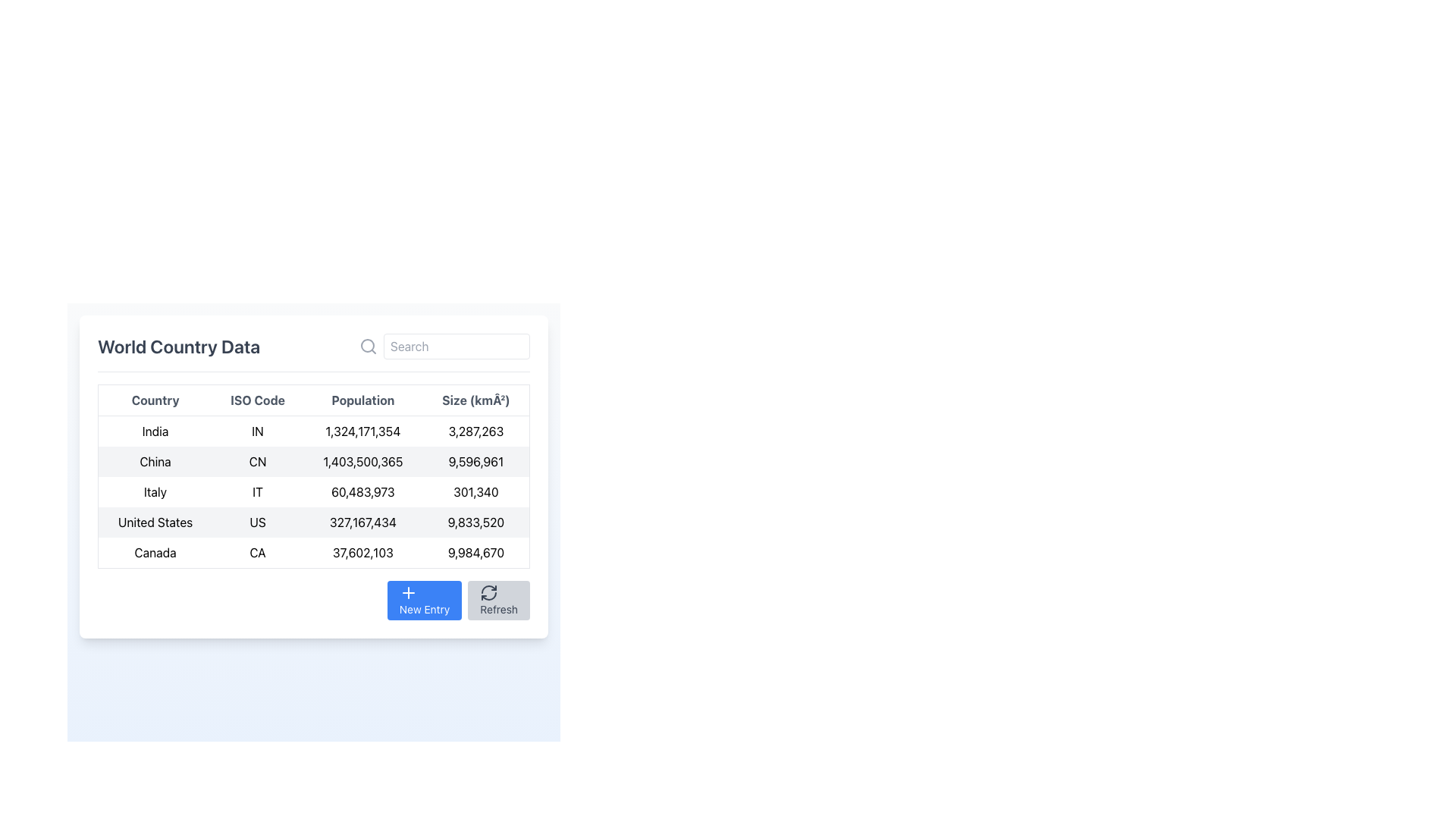  I want to click on the content of the ISO code text element for Canada, which is located in the second column of the table, so click(258, 553).